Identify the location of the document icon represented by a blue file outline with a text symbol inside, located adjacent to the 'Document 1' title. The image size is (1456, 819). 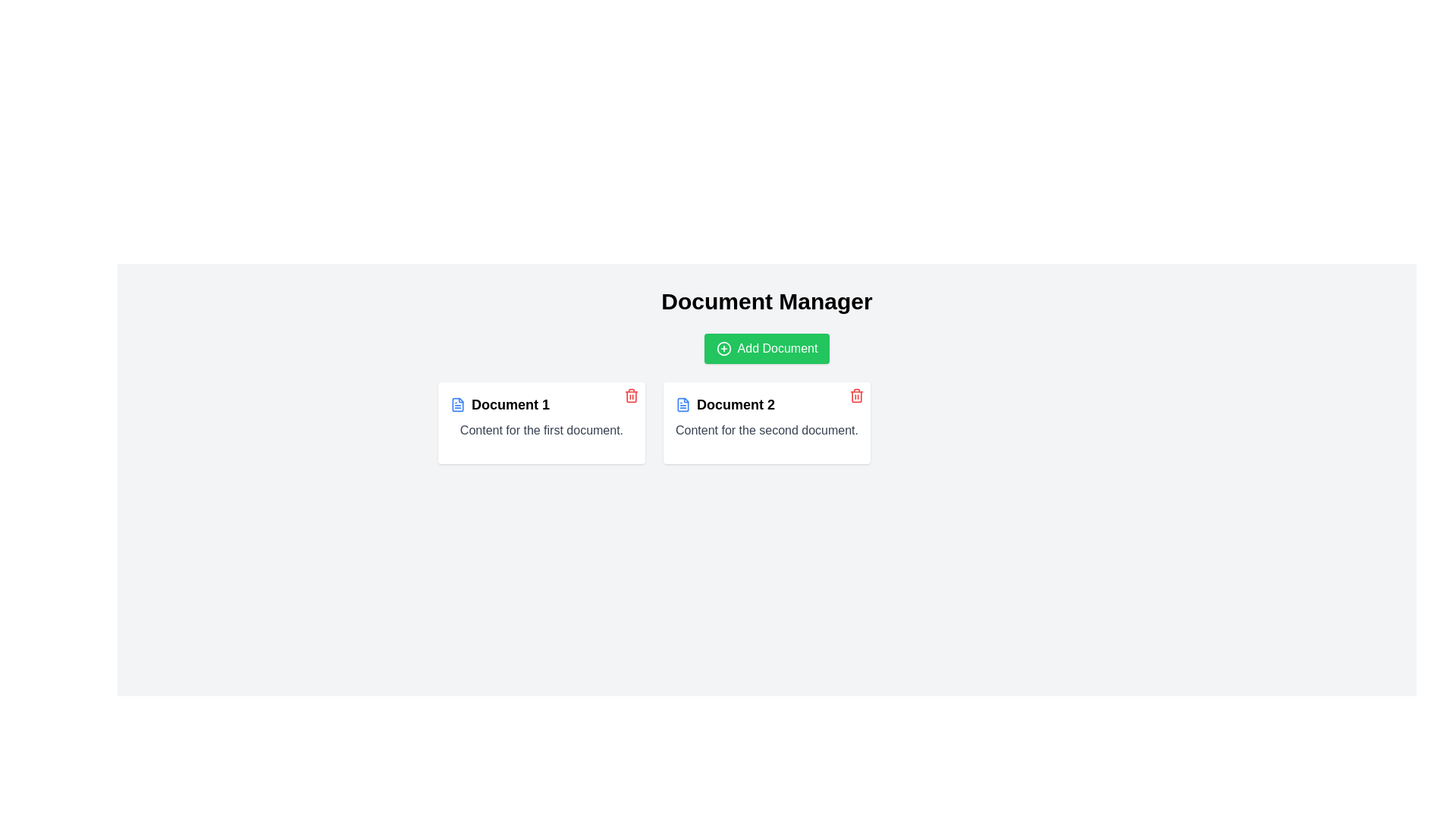
(457, 403).